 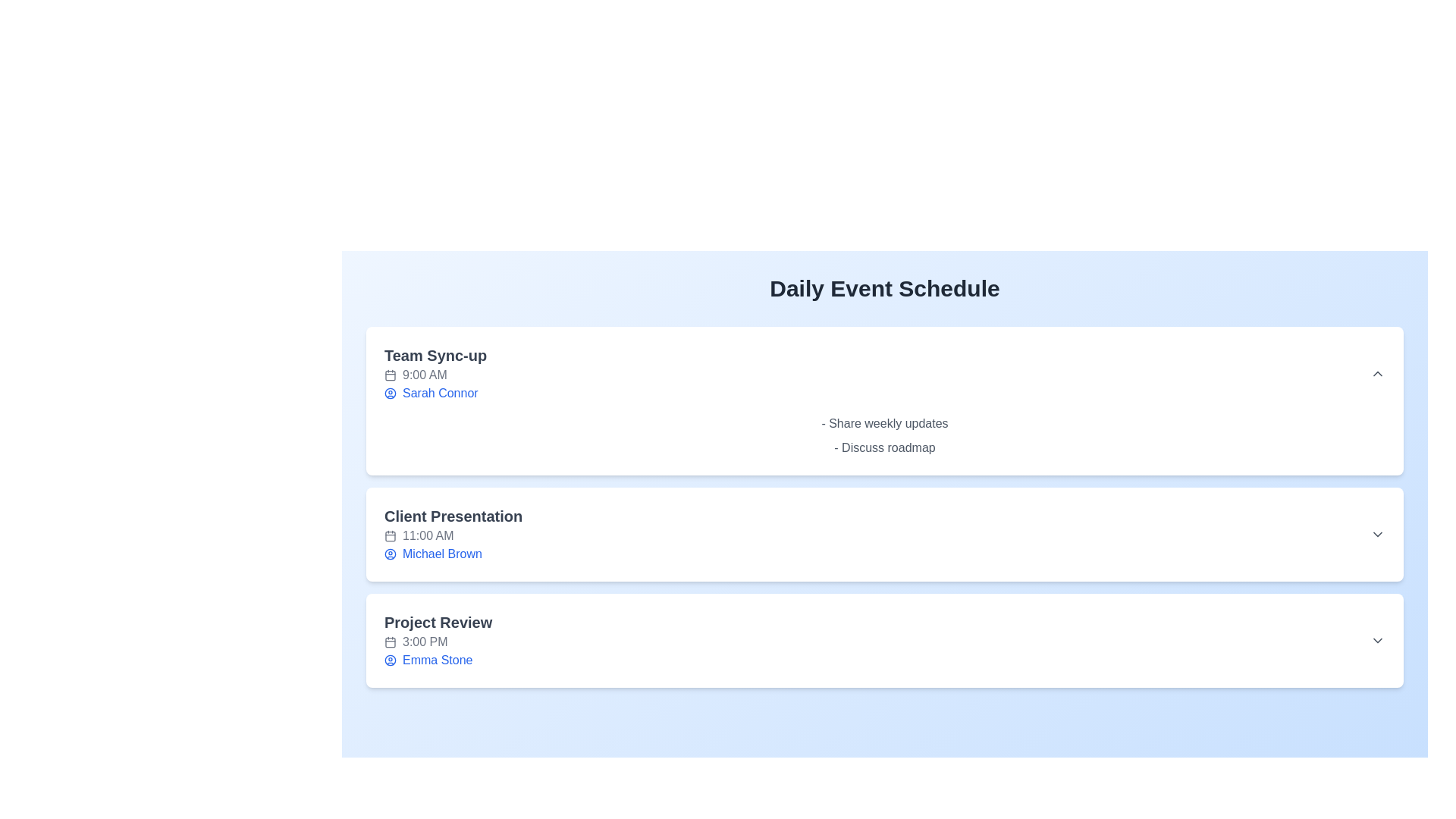 What do you see at coordinates (435, 393) in the screenshot?
I see `the clickable text indicating the participant 'Sarah Connor' associated with the 'Team Sync-up' event` at bounding box center [435, 393].